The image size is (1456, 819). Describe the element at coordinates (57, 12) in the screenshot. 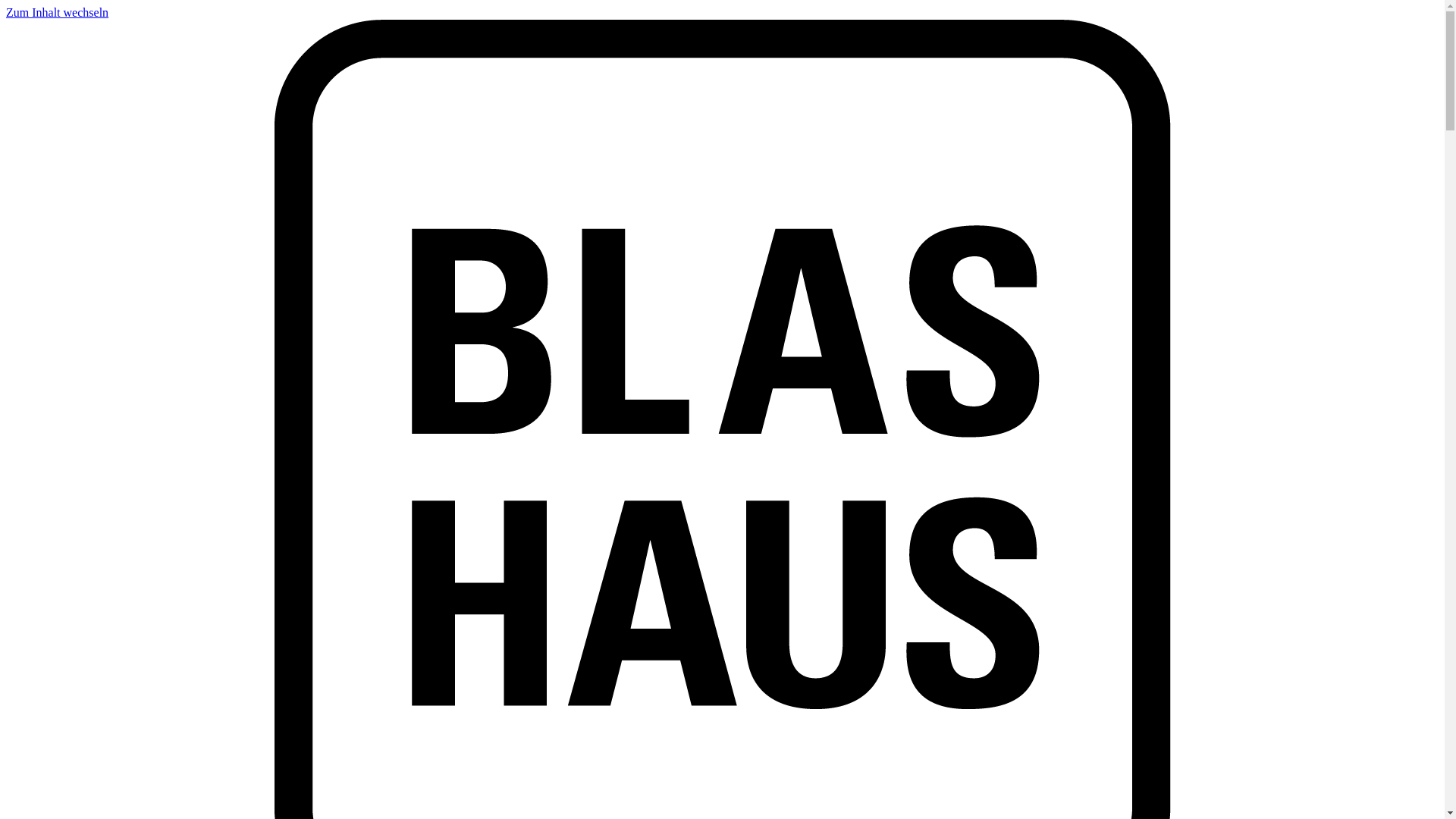

I see `'Zum Inhalt wechseln'` at that location.